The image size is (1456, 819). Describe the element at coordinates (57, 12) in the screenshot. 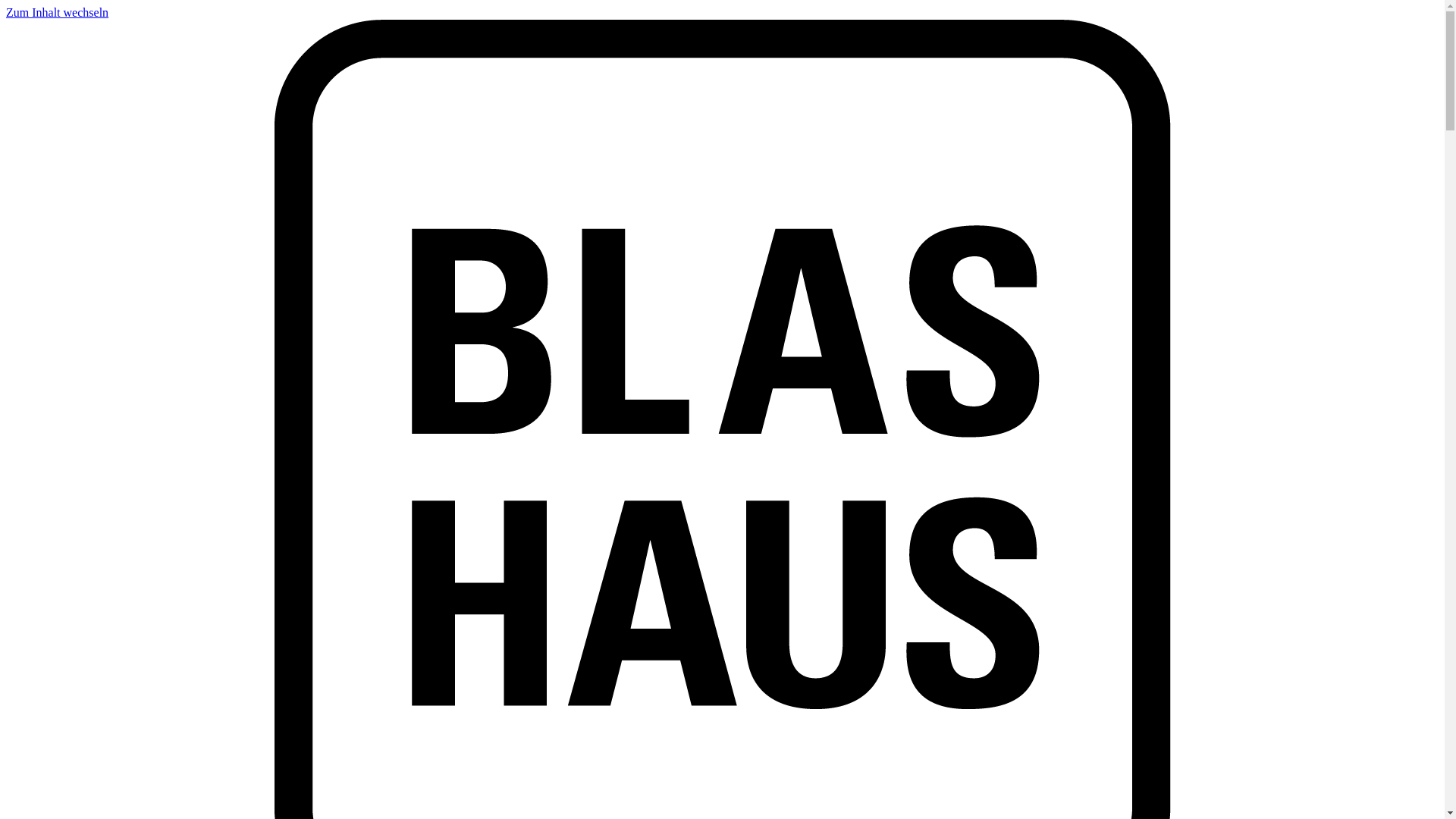

I see `'Zum Inhalt wechseln'` at that location.